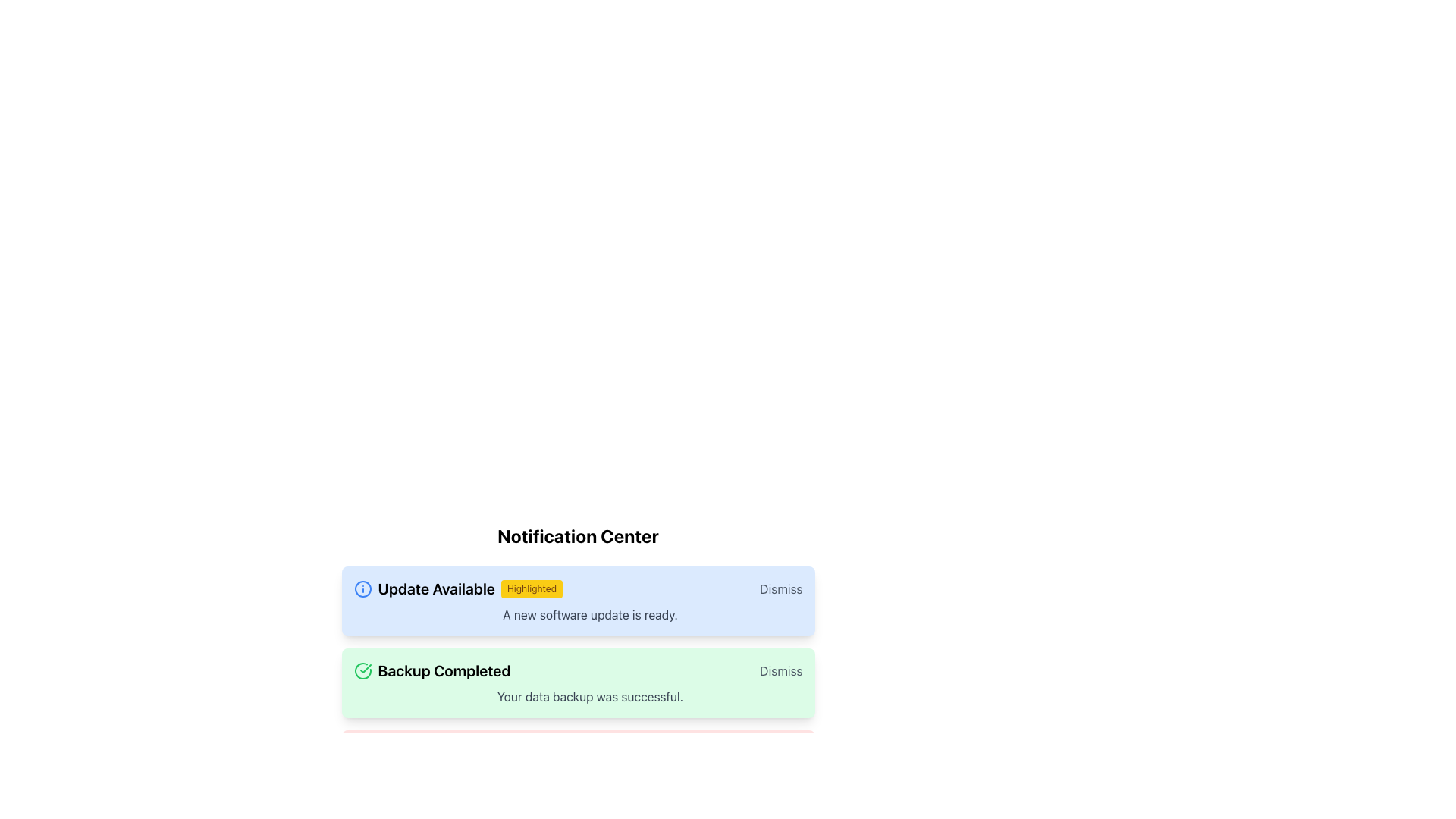  I want to click on the small green checkmark icon located within a circular boundary, which is part of the 'Backup Completed' notification, positioned to the left of the text label in the Notification Center, so click(365, 668).